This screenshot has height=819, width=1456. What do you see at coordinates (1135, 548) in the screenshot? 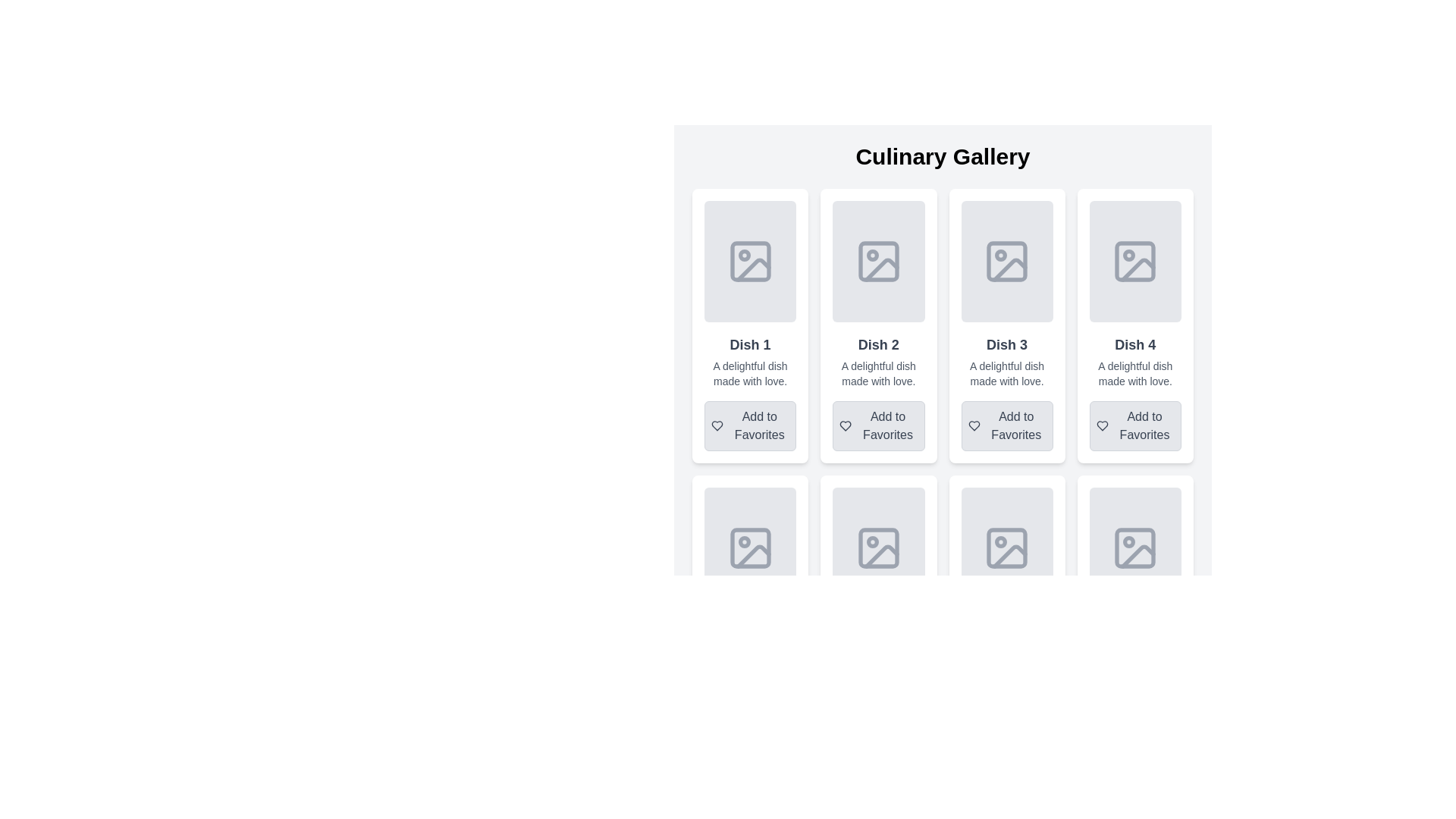
I see `the decorative rectangle that serves as a background frame for the image placeholder icon located at the bottom-right corner of the first card in the second row of a grid layout` at bounding box center [1135, 548].